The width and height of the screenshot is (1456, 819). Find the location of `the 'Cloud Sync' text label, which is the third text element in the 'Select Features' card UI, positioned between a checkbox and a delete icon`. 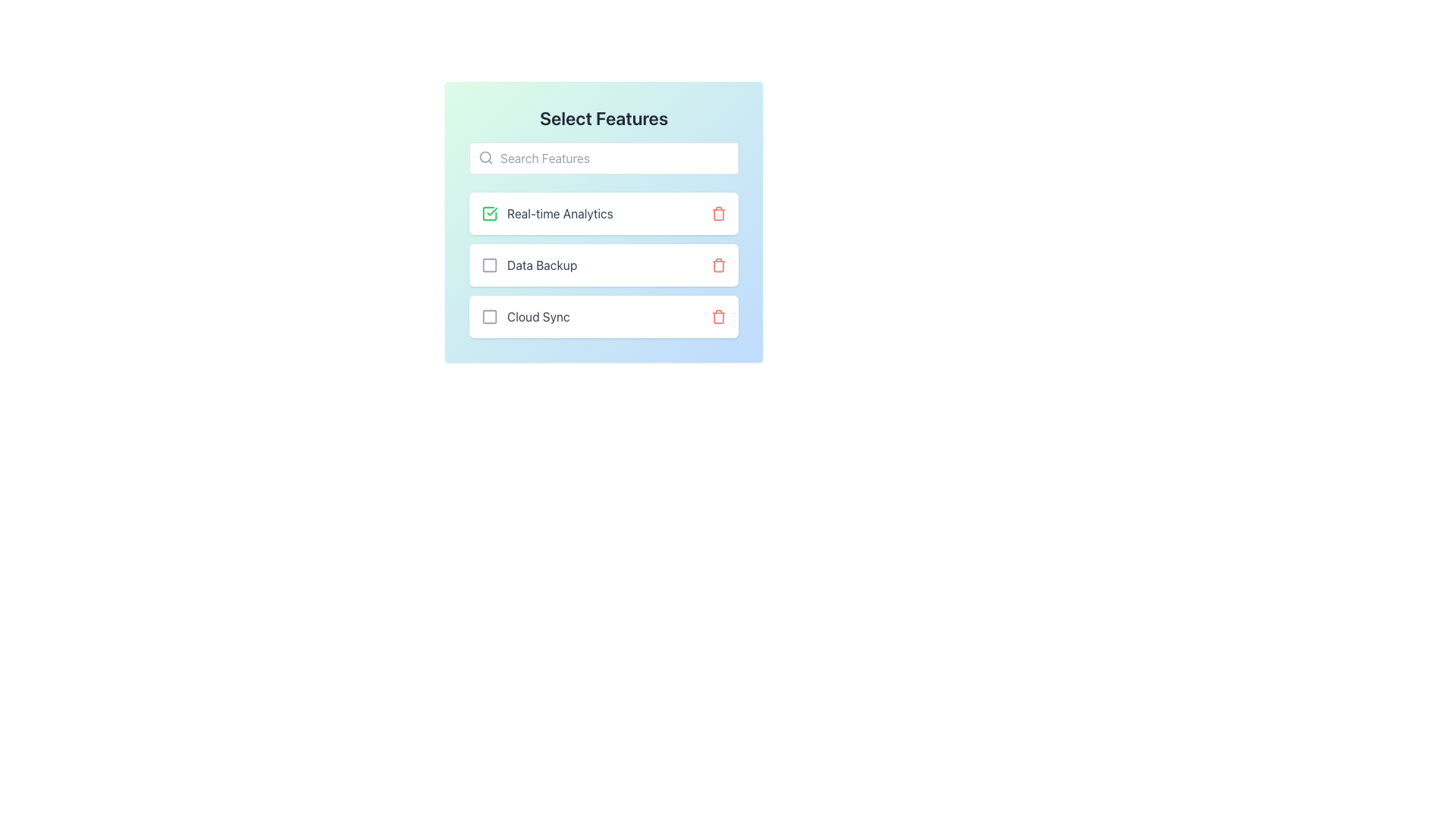

the 'Cloud Sync' text label, which is the third text element in the 'Select Features' card UI, positioned between a checkbox and a delete icon is located at coordinates (538, 315).